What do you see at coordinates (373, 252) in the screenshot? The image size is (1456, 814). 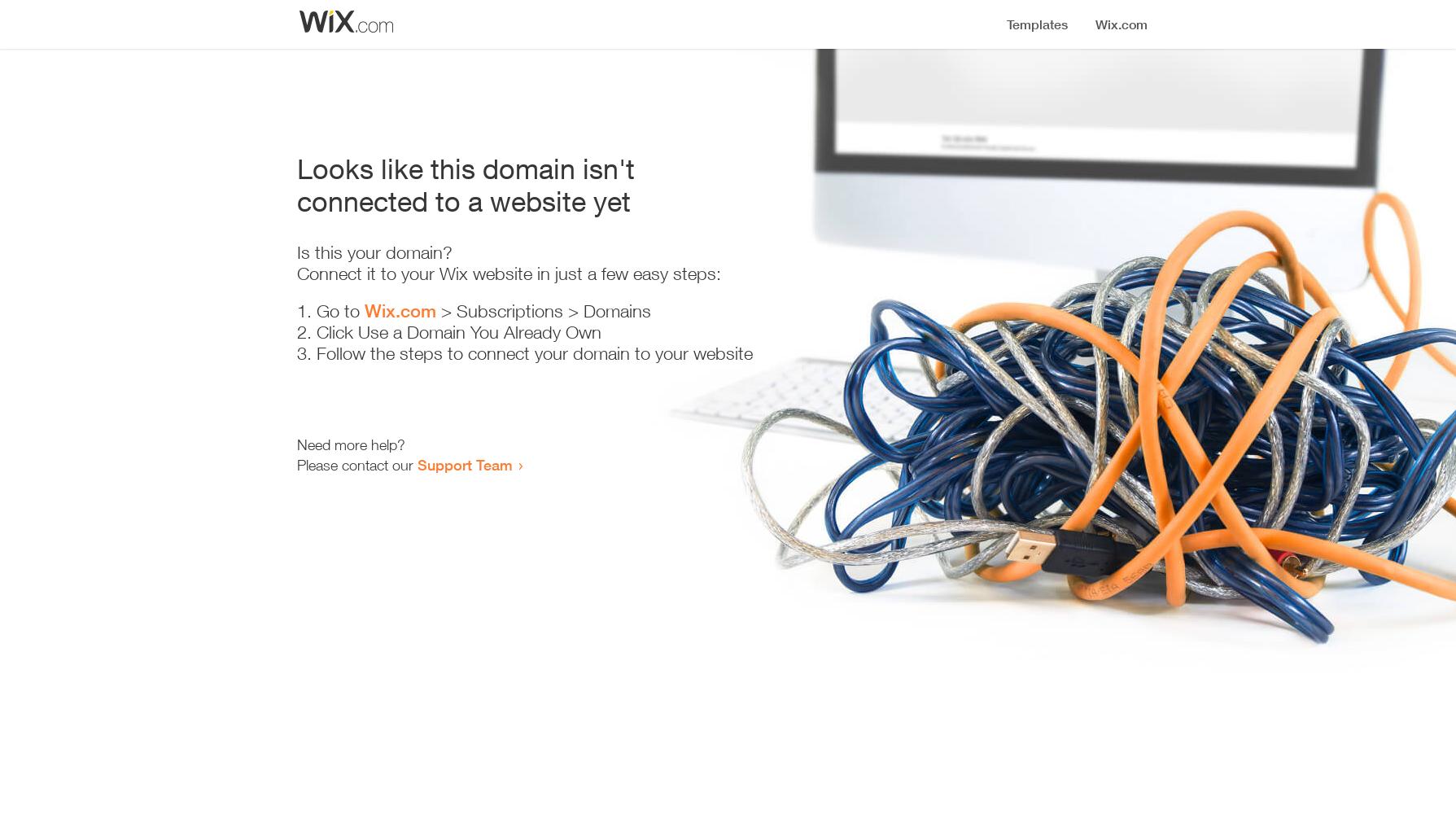 I see `'Is this your domain?'` at bounding box center [373, 252].